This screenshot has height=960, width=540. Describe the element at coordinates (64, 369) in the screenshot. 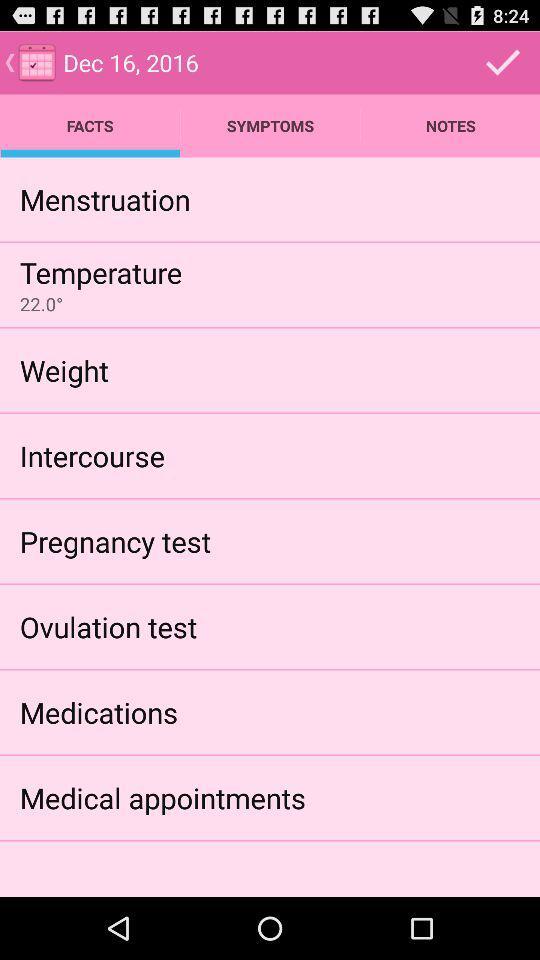

I see `weight app` at that location.